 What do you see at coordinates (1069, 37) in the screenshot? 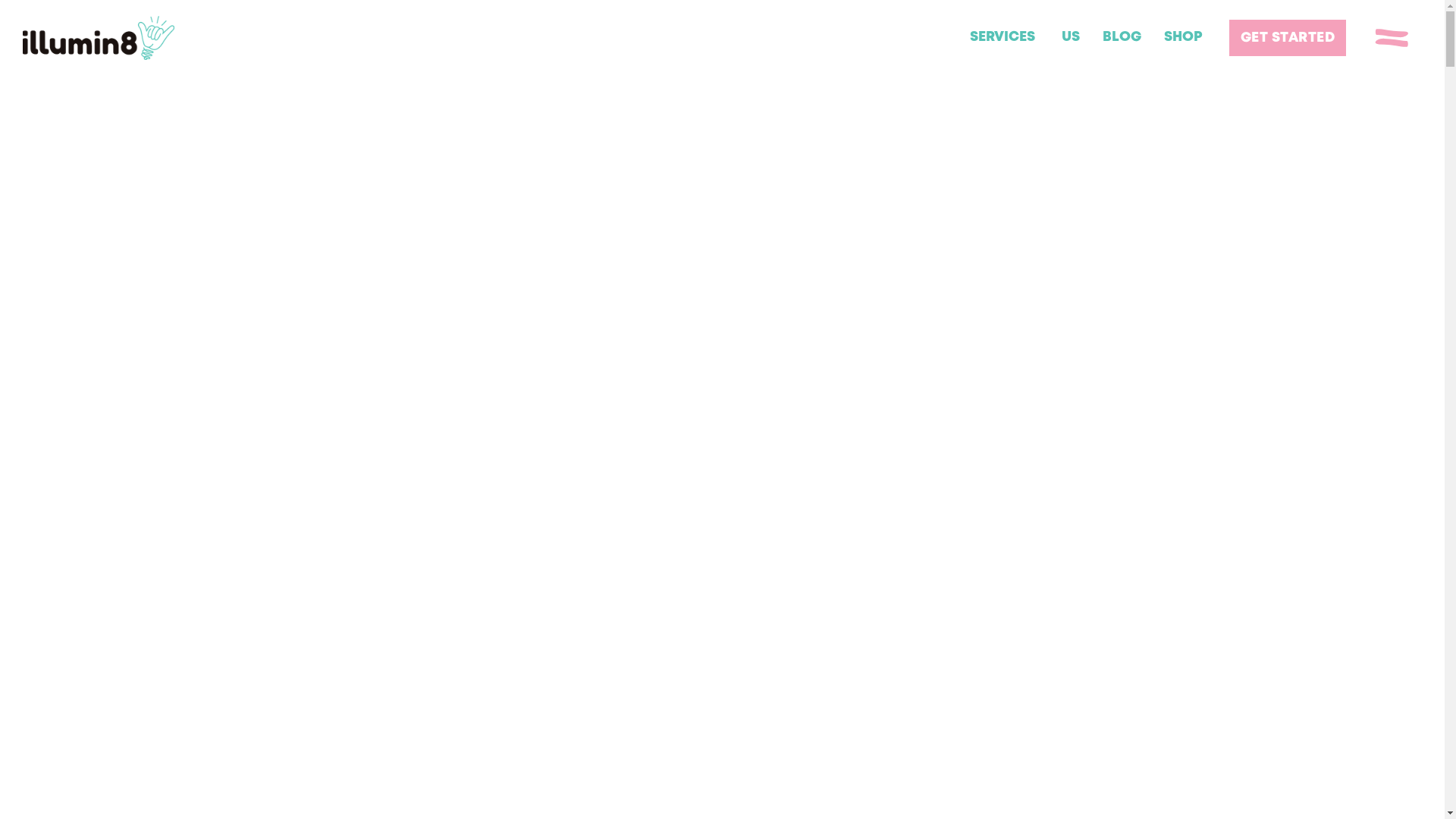
I see `'US'` at bounding box center [1069, 37].